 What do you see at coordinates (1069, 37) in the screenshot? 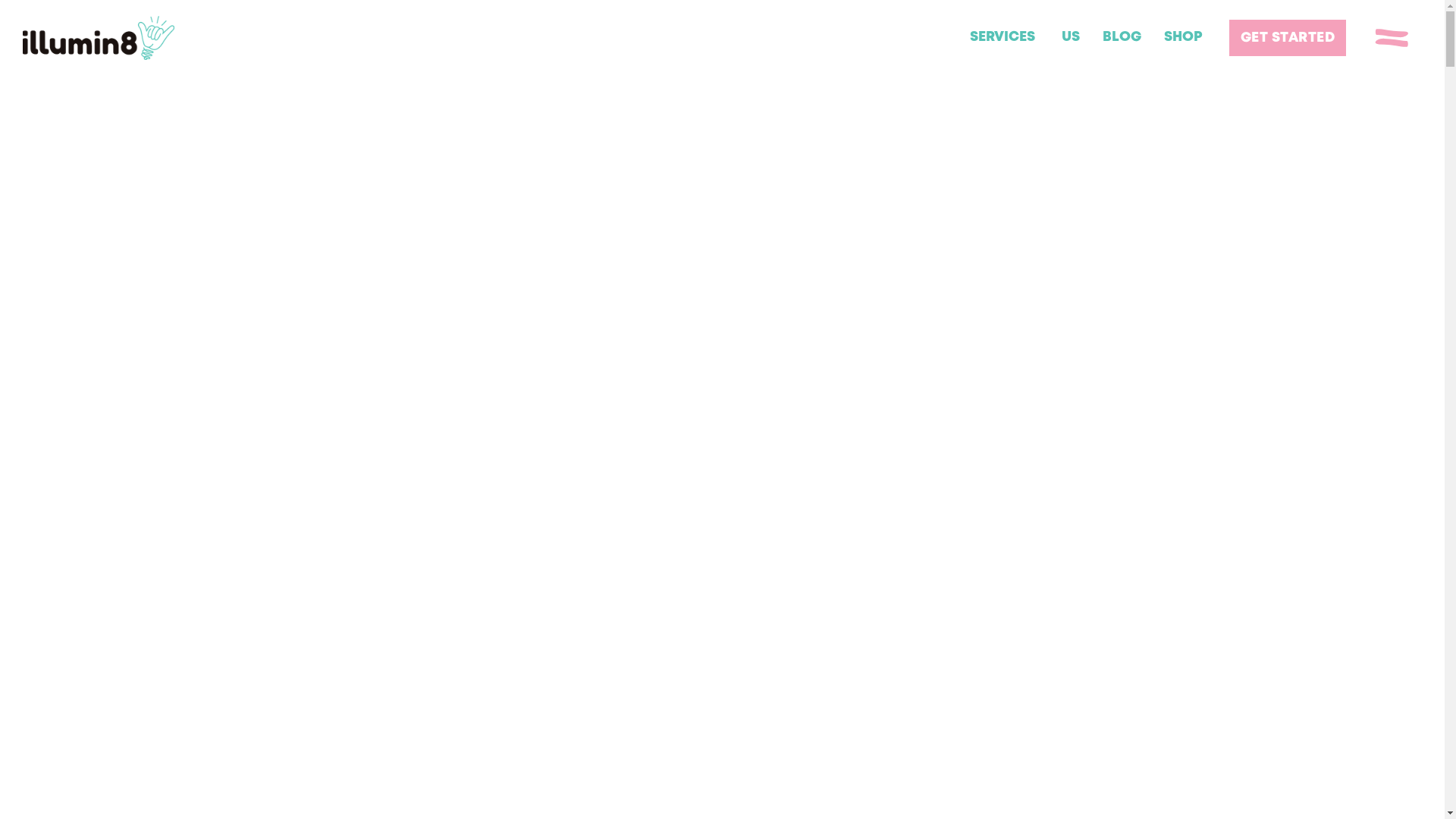
I see `'US'` at bounding box center [1069, 37].